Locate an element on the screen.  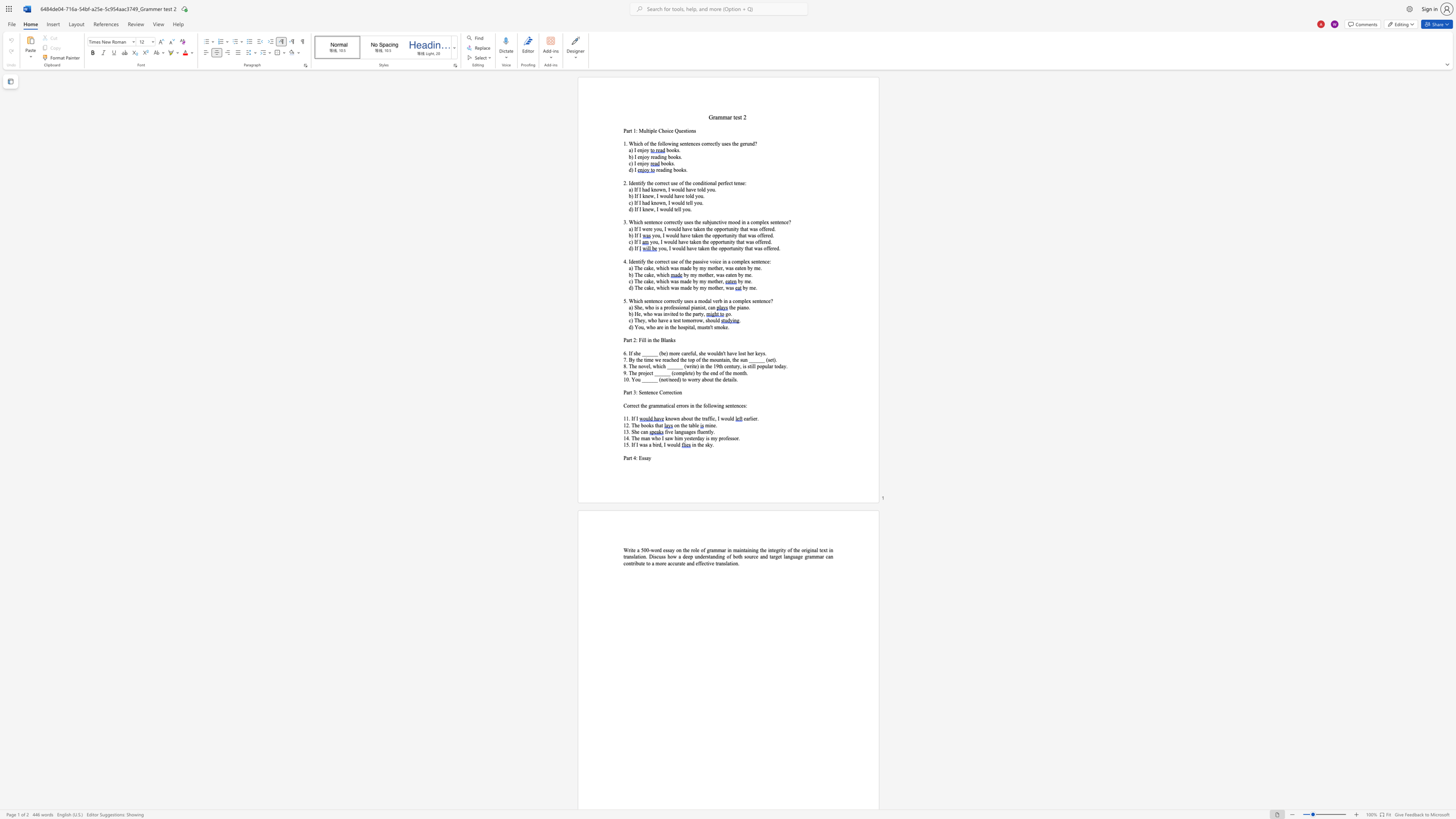
the subset text "ten b" within the text "by my mother, was eaten by me." is located at coordinates (730, 275).